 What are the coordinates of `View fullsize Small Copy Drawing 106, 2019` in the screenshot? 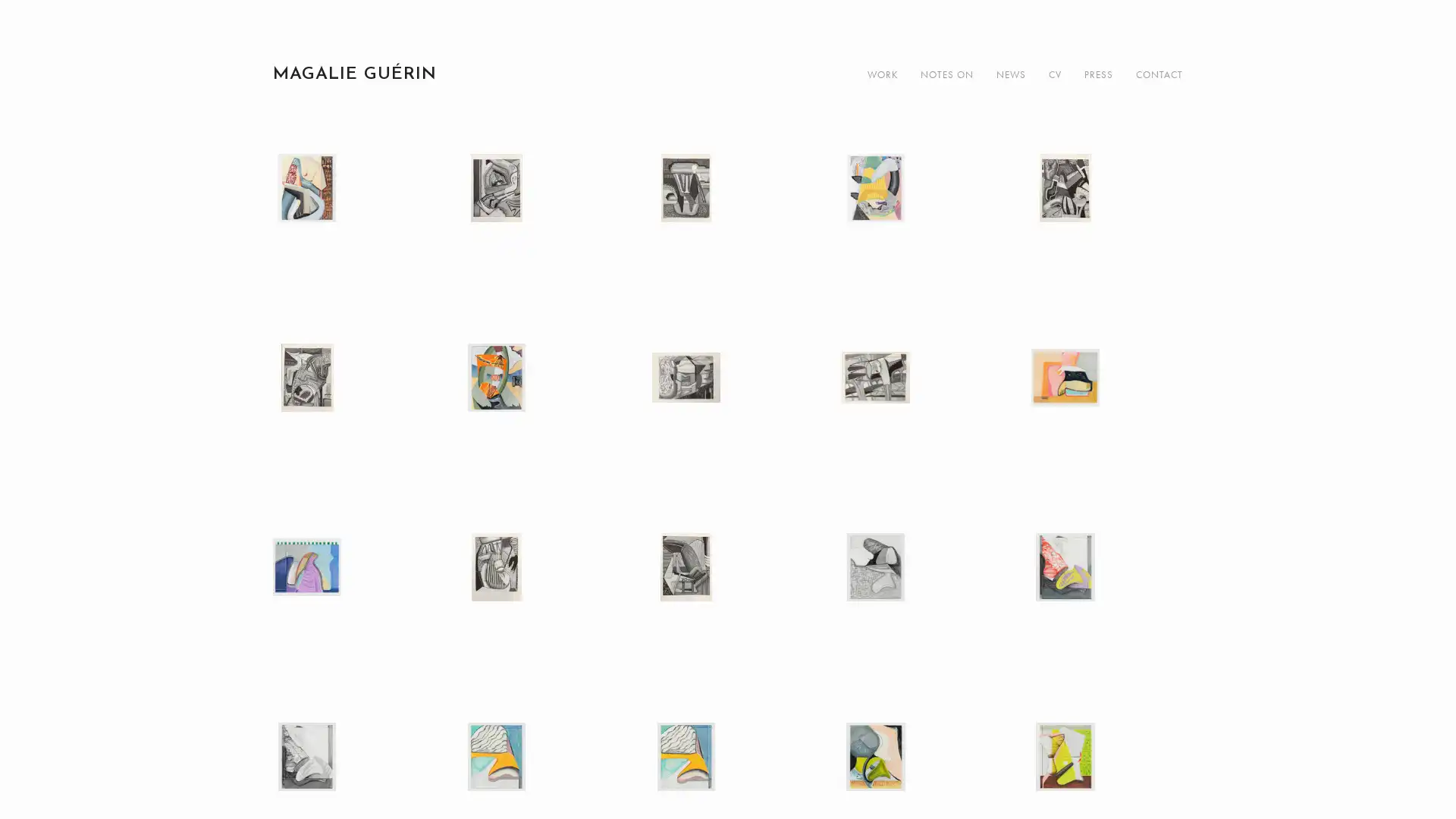 It's located at (538, 607).